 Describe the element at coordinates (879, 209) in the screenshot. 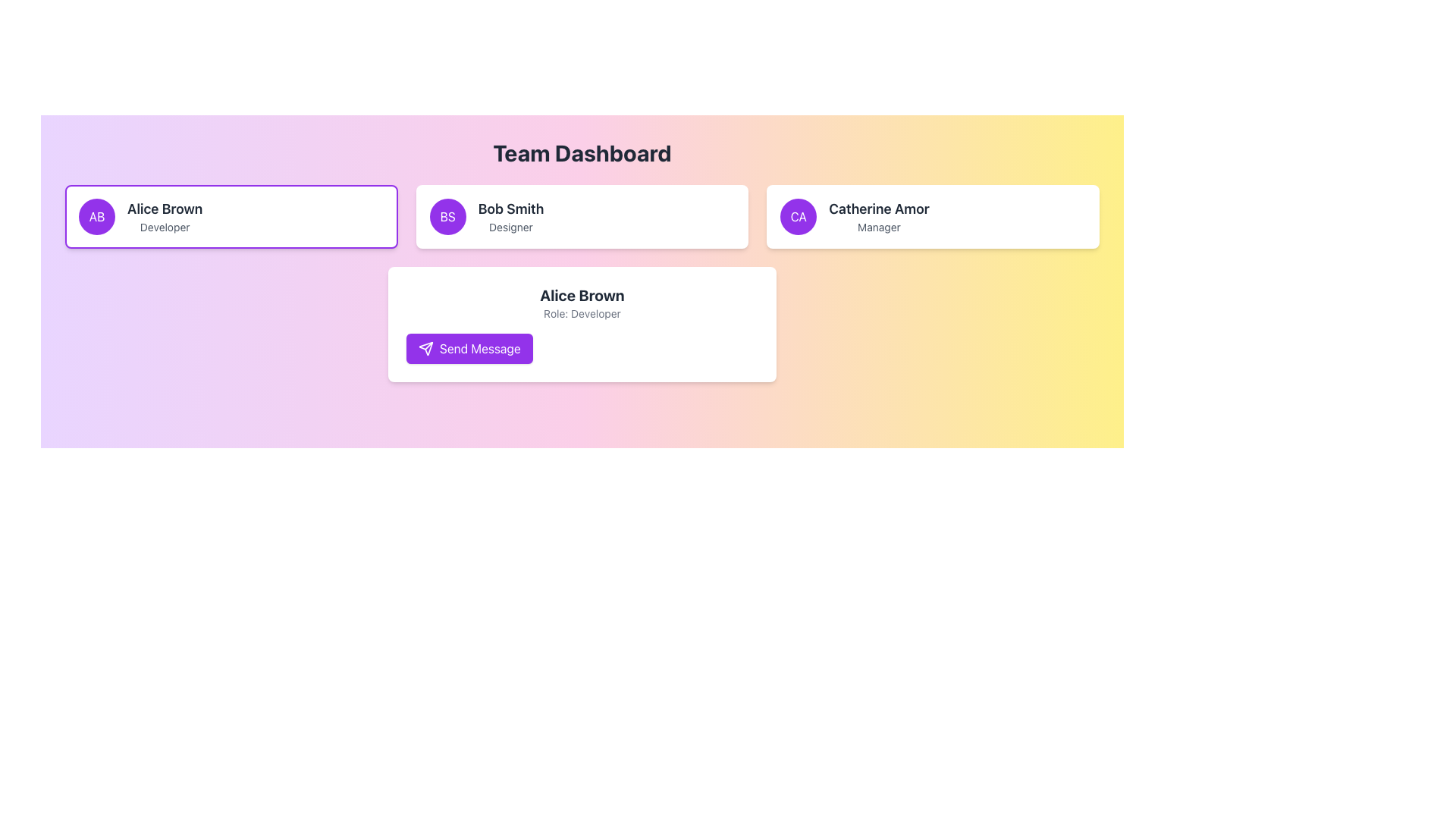

I see `the text label displaying 'Catherine Amor', which is bold, larger, and dark gray, positioned above the 'Manager' text and near the purple circular icon with initials 'CA'` at that location.